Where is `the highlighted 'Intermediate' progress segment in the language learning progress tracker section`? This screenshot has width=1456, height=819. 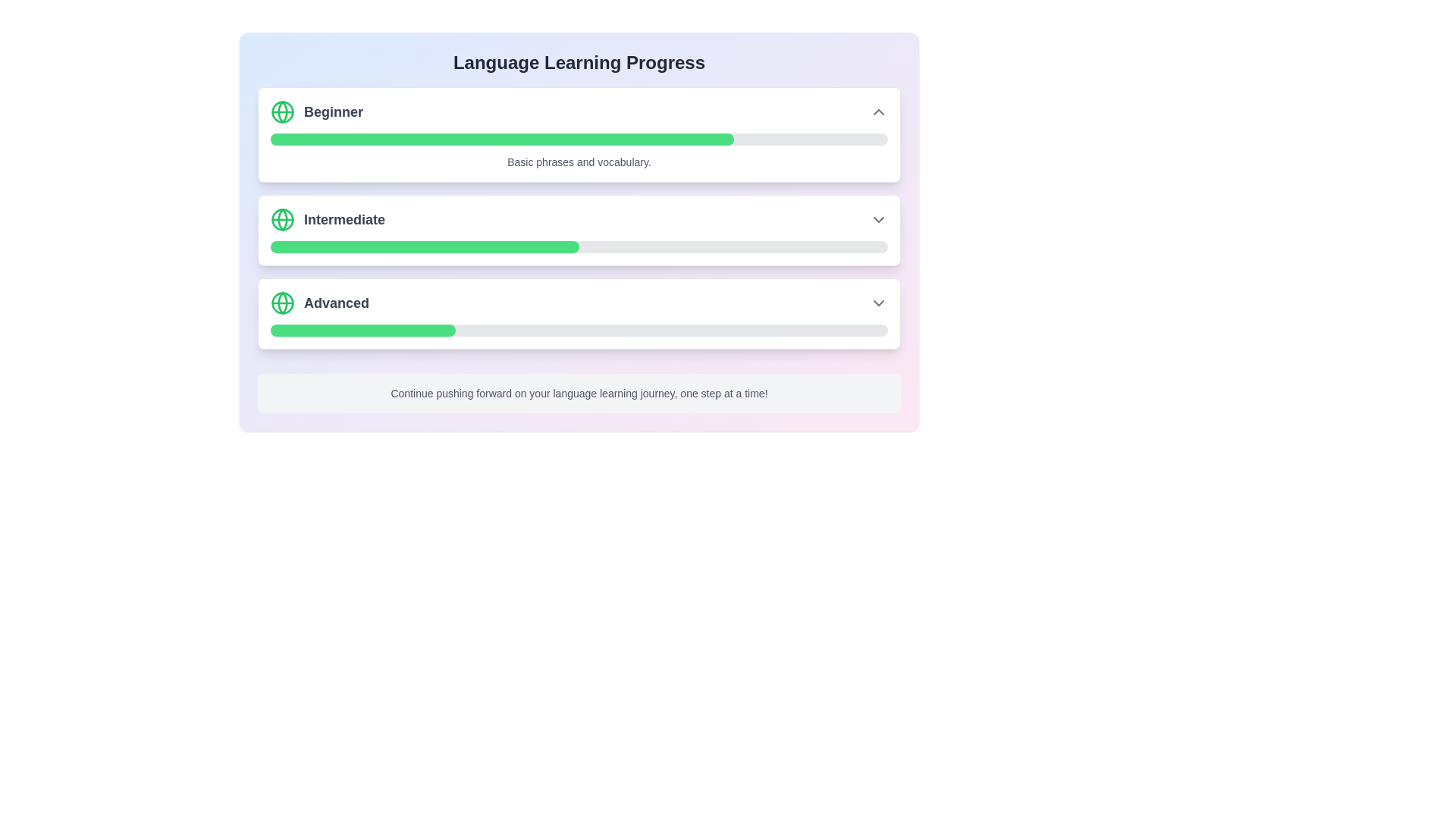 the highlighted 'Intermediate' progress segment in the language learning progress tracker section is located at coordinates (578, 231).